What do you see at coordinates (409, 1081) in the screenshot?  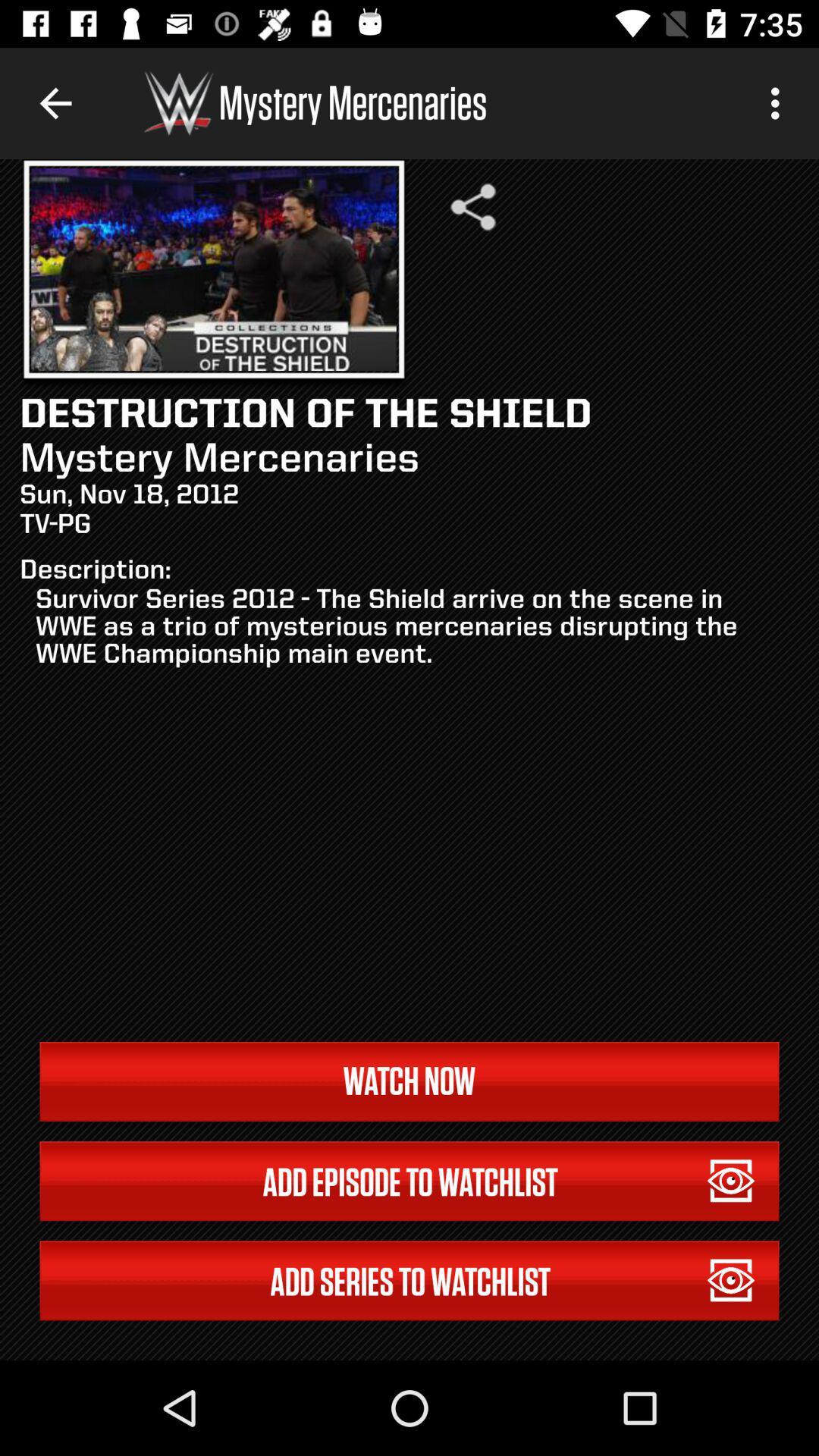 I see `watch now` at bounding box center [409, 1081].